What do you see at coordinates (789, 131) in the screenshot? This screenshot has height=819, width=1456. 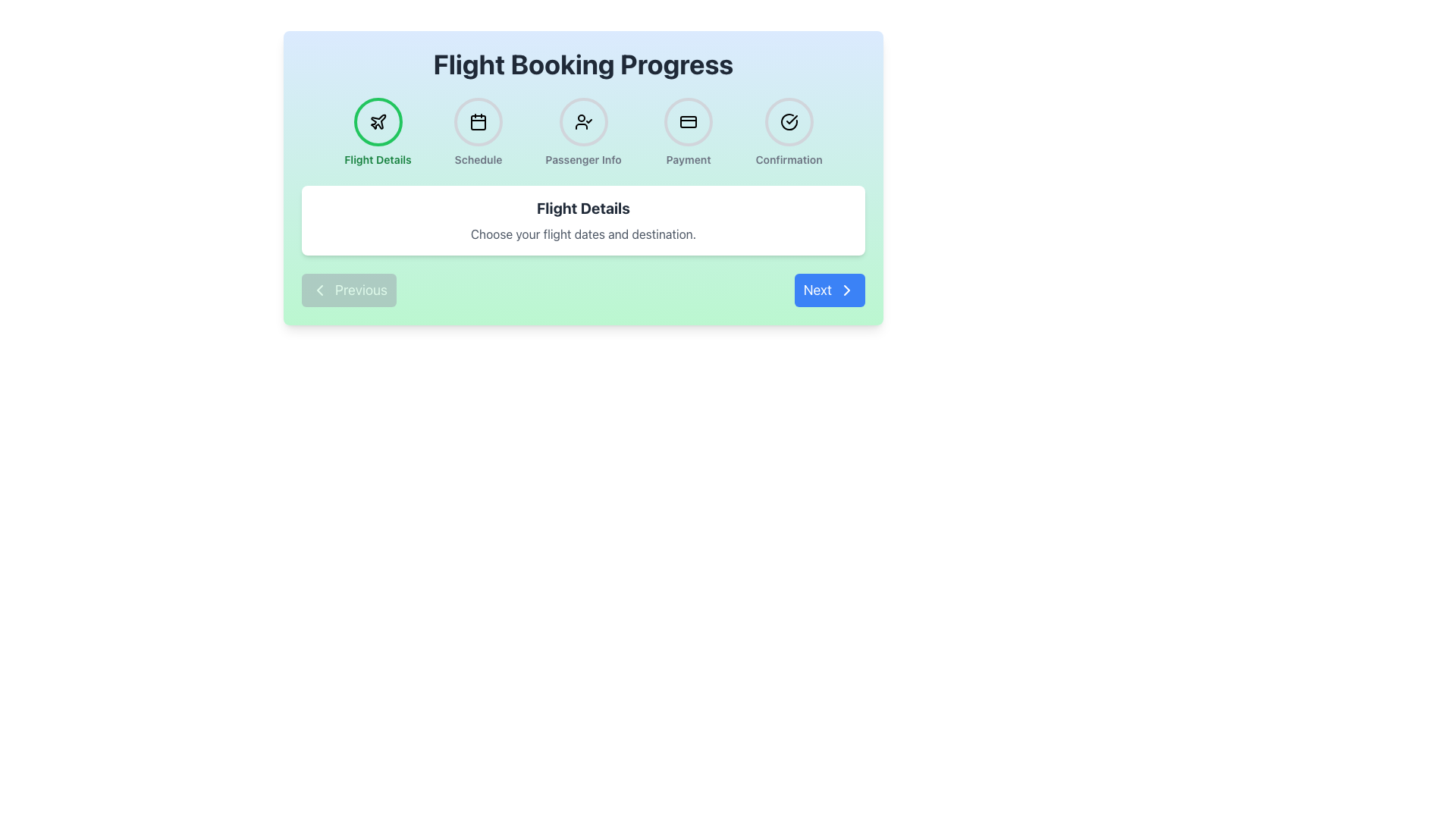 I see `the Process Indicator, which is a circular icon with a checkmark symbol and the text 'Confirmation' displayed beneath it, located at the far right of the process bar` at bounding box center [789, 131].